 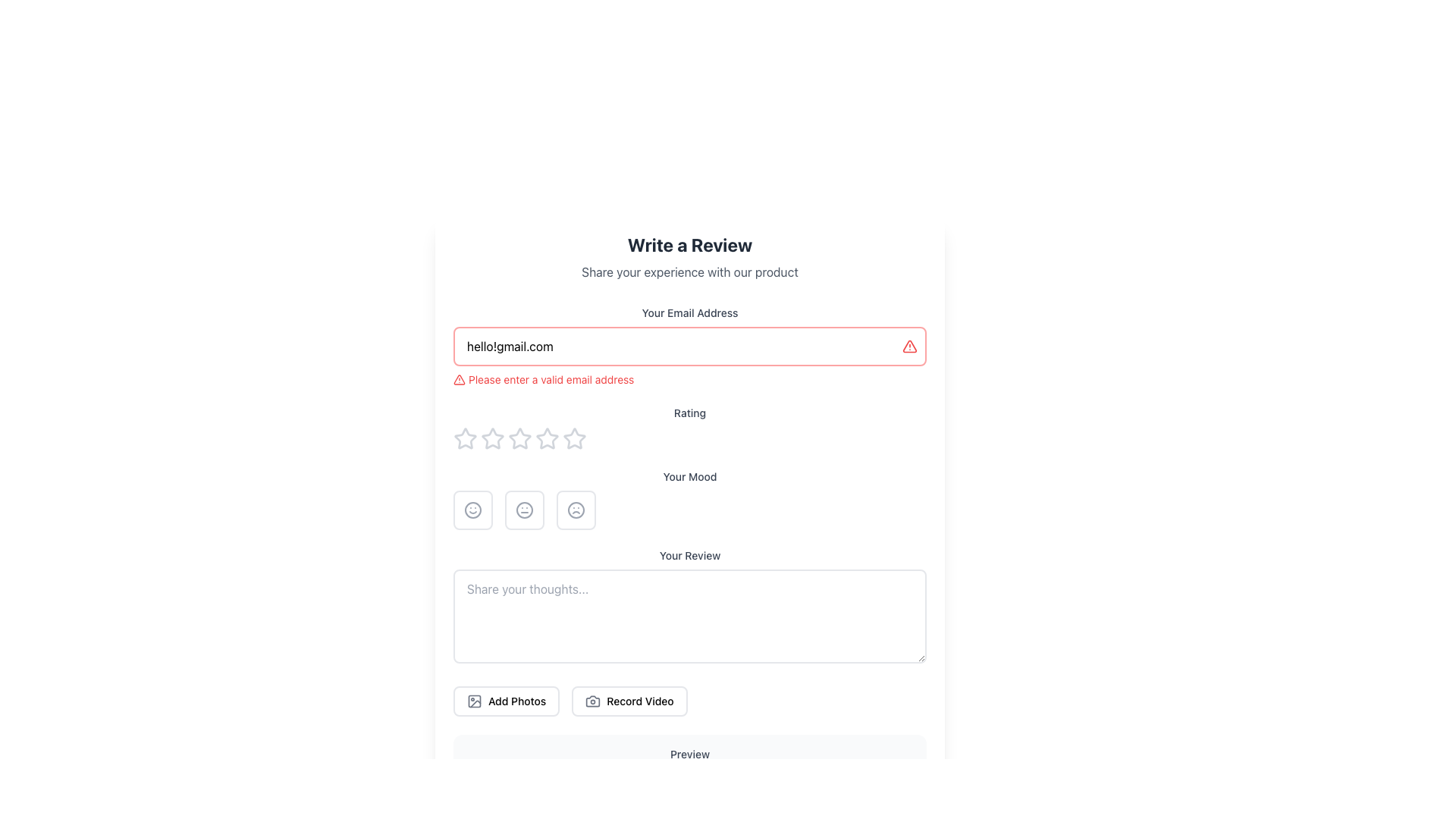 I want to click on the third star-shaped icon with a gray outline, located under the 'Rating' label, so click(x=520, y=438).